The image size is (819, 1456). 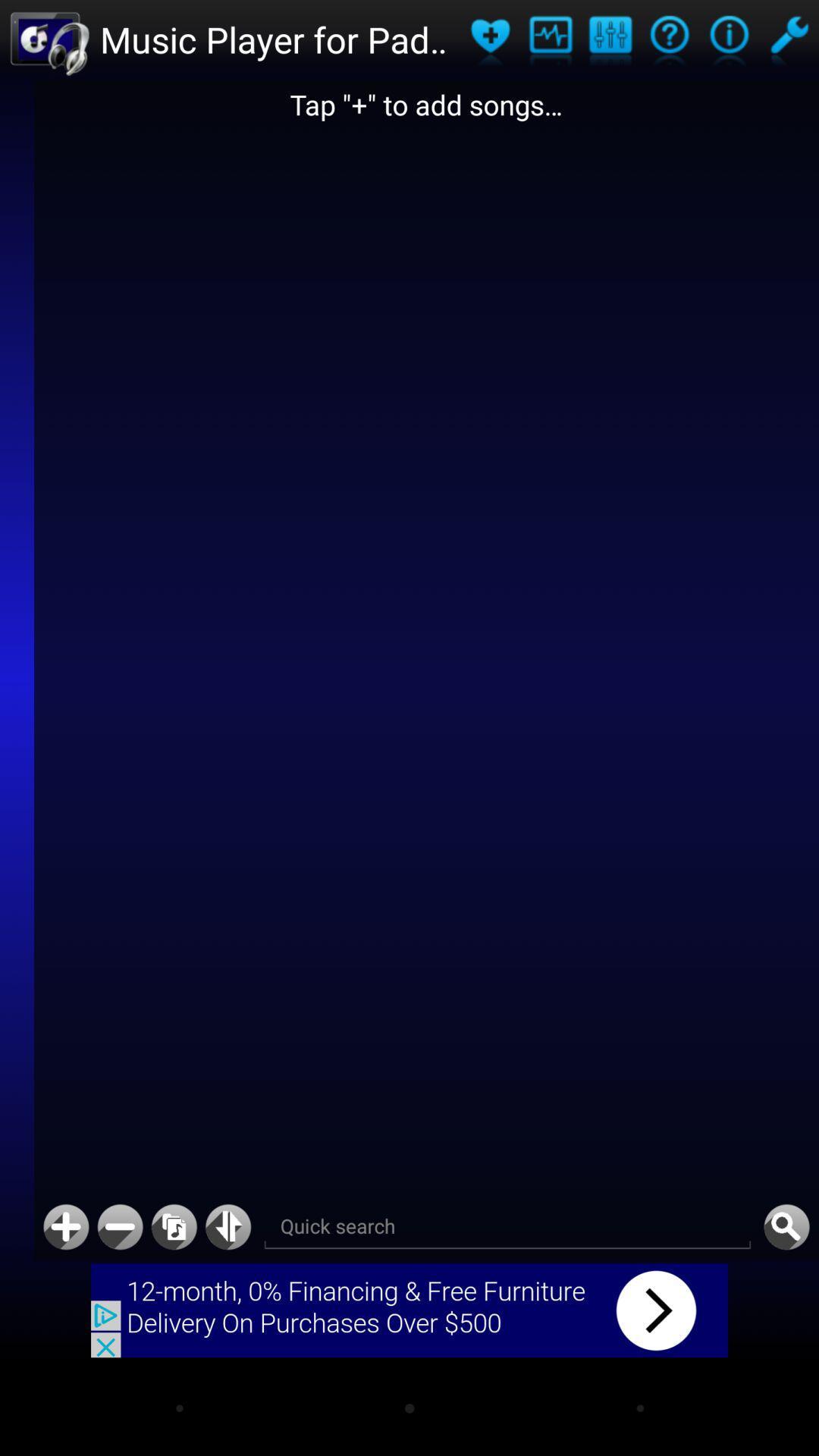 What do you see at coordinates (228, 1312) in the screenshot?
I see `the swap icon` at bounding box center [228, 1312].